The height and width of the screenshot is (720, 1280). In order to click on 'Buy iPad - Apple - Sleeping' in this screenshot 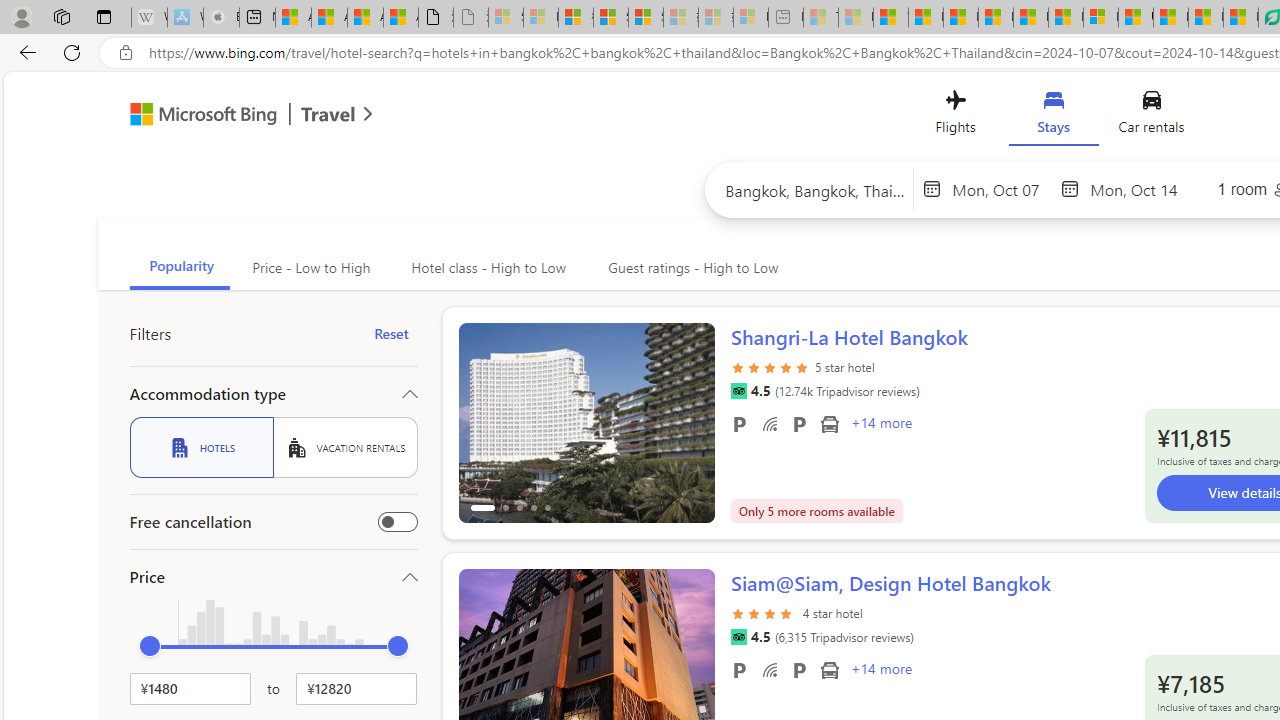, I will do `click(221, 17)`.